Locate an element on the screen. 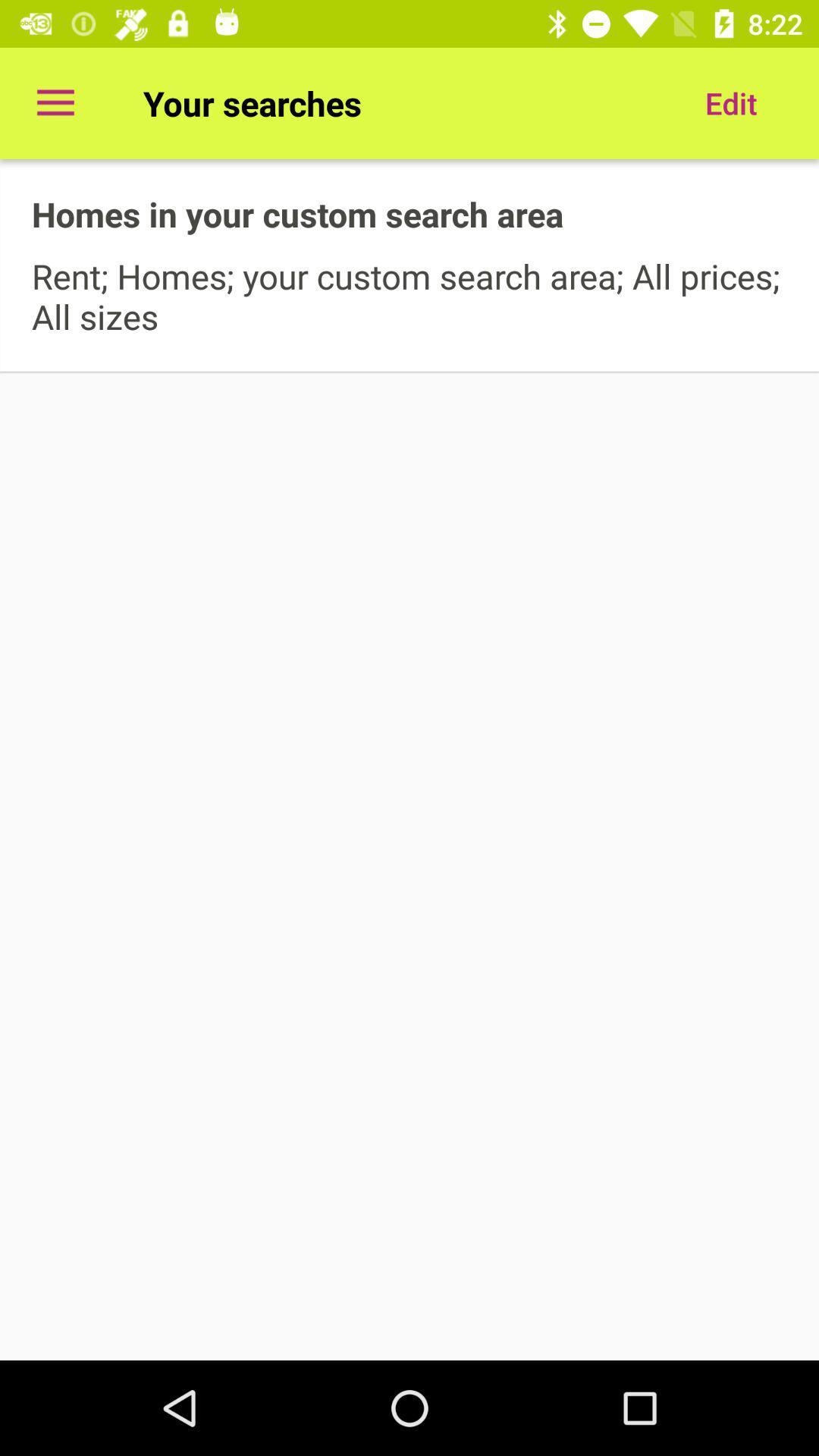 The height and width of the screenshot is (1456, 819). the item above homes in your icon is located at coordinates (55, 102).